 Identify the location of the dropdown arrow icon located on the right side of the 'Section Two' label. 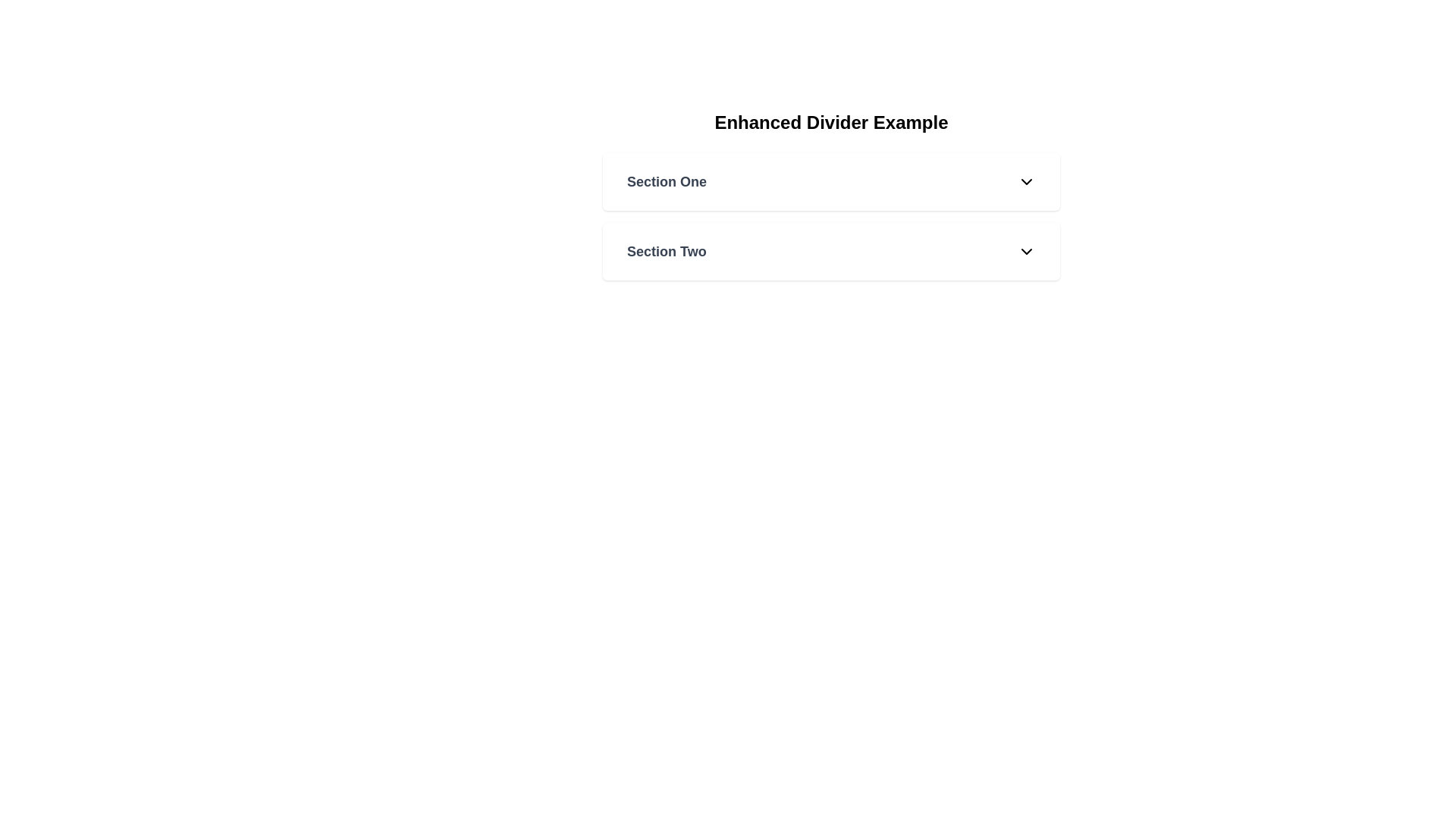
(1026, 250).